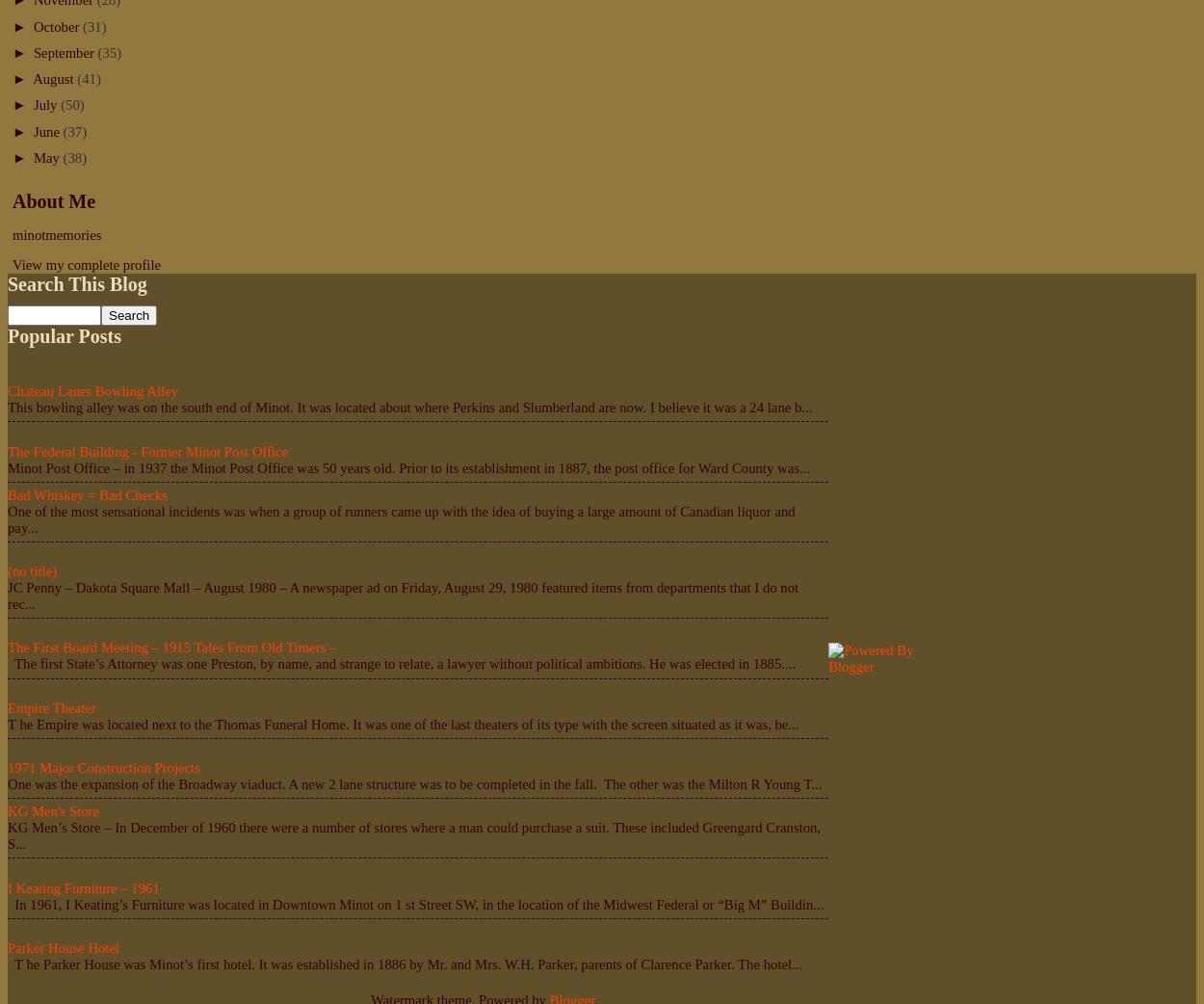 The height and width of the screenshot is (1004, 1204). Describe the element at coordinates (8, 768) in the screenshot. I see `'1971 Major Construction Projects'` at that location.